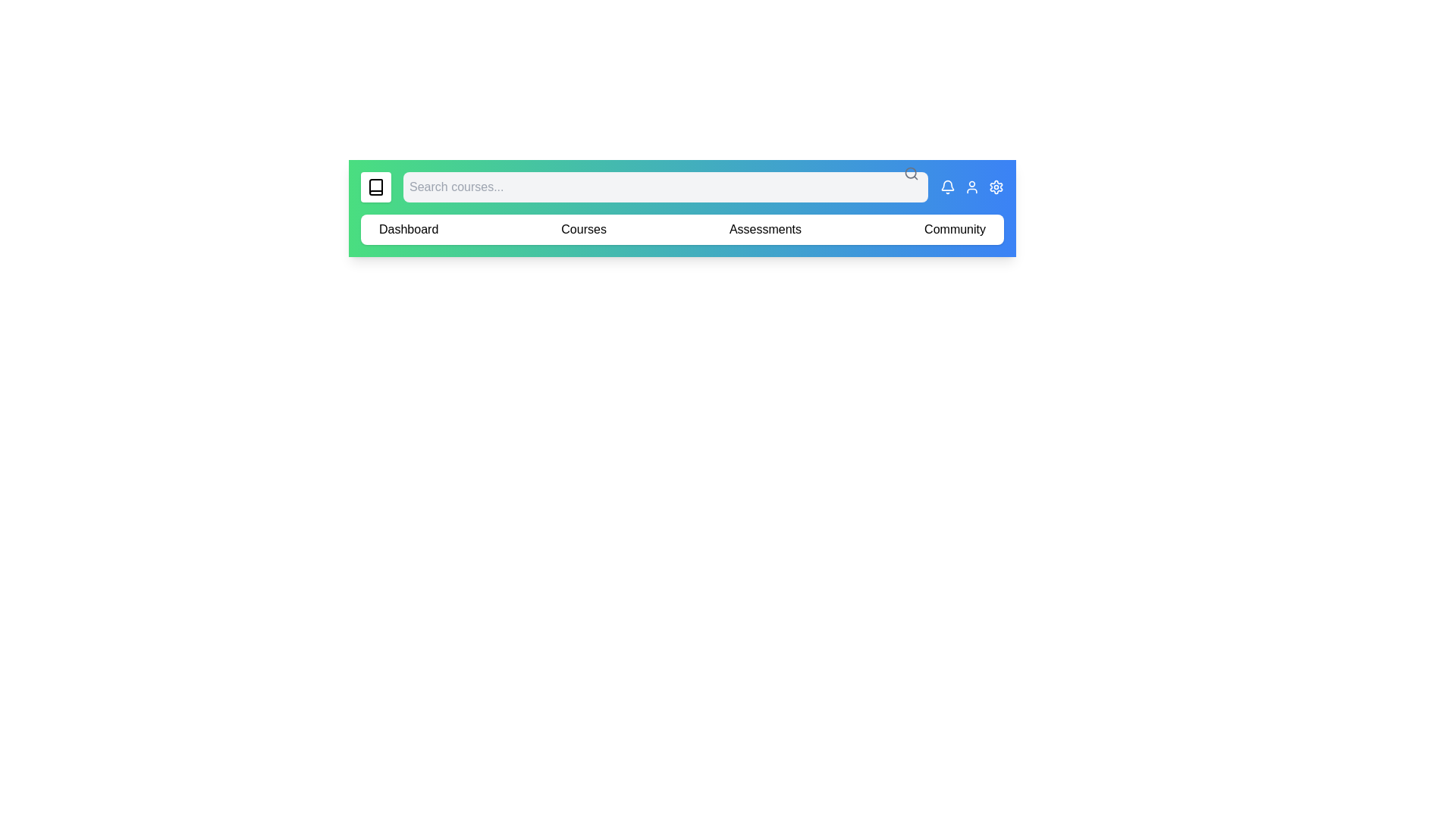  I want to click on the element labeled 'Bell Icon' to reveal its hover effect, so click(946, 186).